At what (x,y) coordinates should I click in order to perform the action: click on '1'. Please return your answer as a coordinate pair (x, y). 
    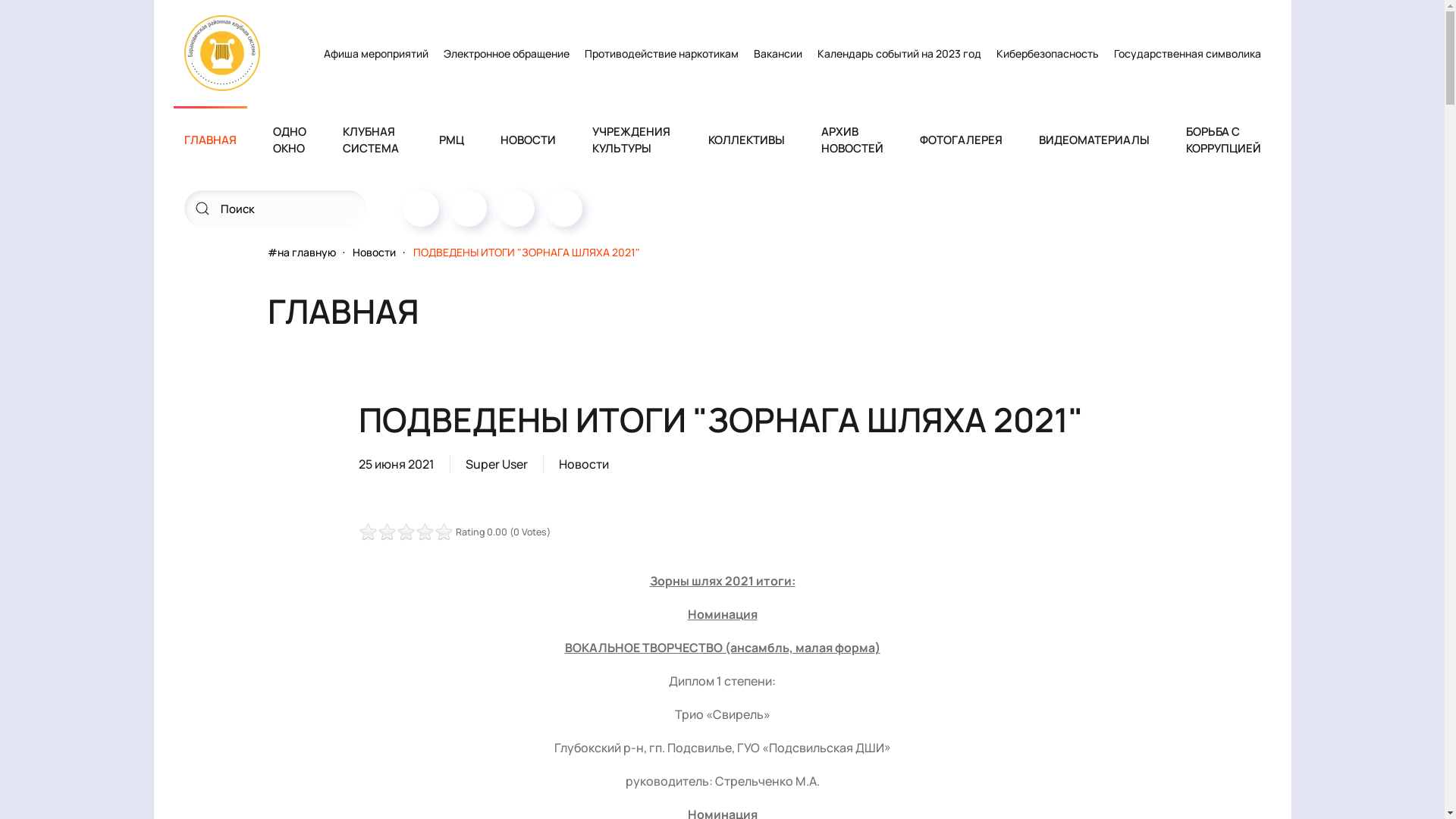
    Looking at the image, I should click on (396, 531).